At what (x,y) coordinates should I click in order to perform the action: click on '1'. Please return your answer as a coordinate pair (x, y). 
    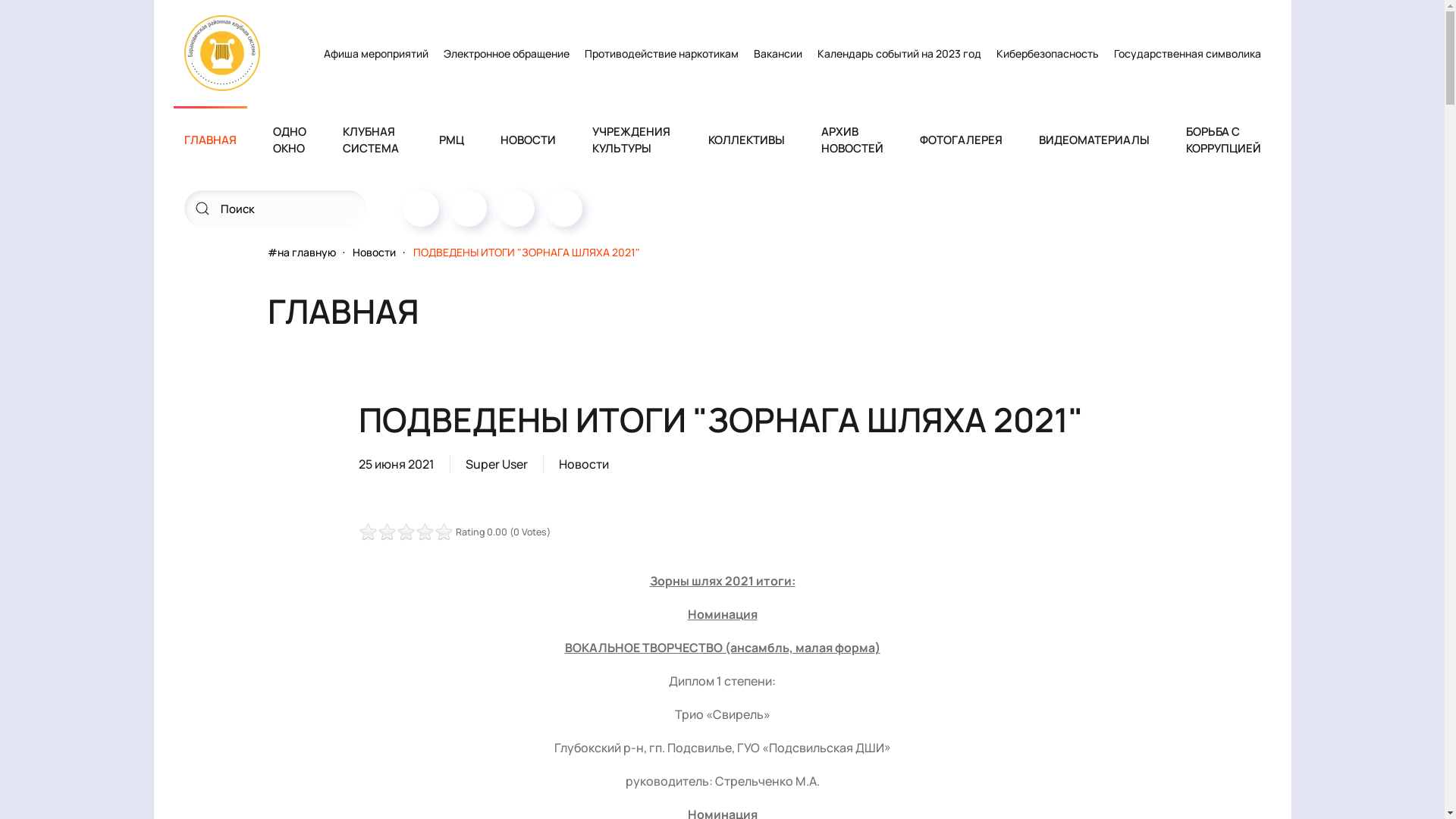
    Looking at the image, I should click on (396, 531).